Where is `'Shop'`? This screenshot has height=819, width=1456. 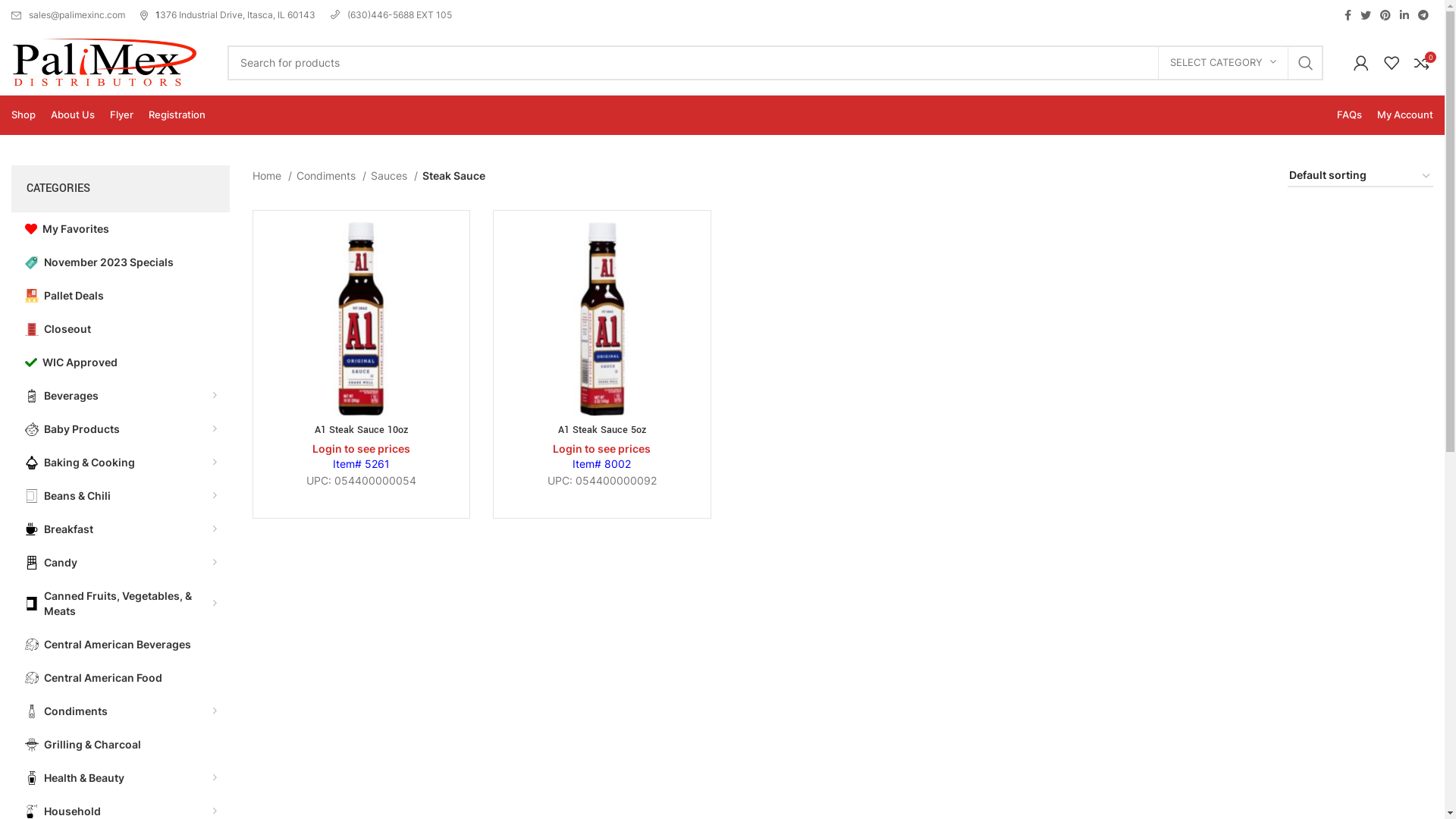
'Shop' is located at coordinates (11, 114).